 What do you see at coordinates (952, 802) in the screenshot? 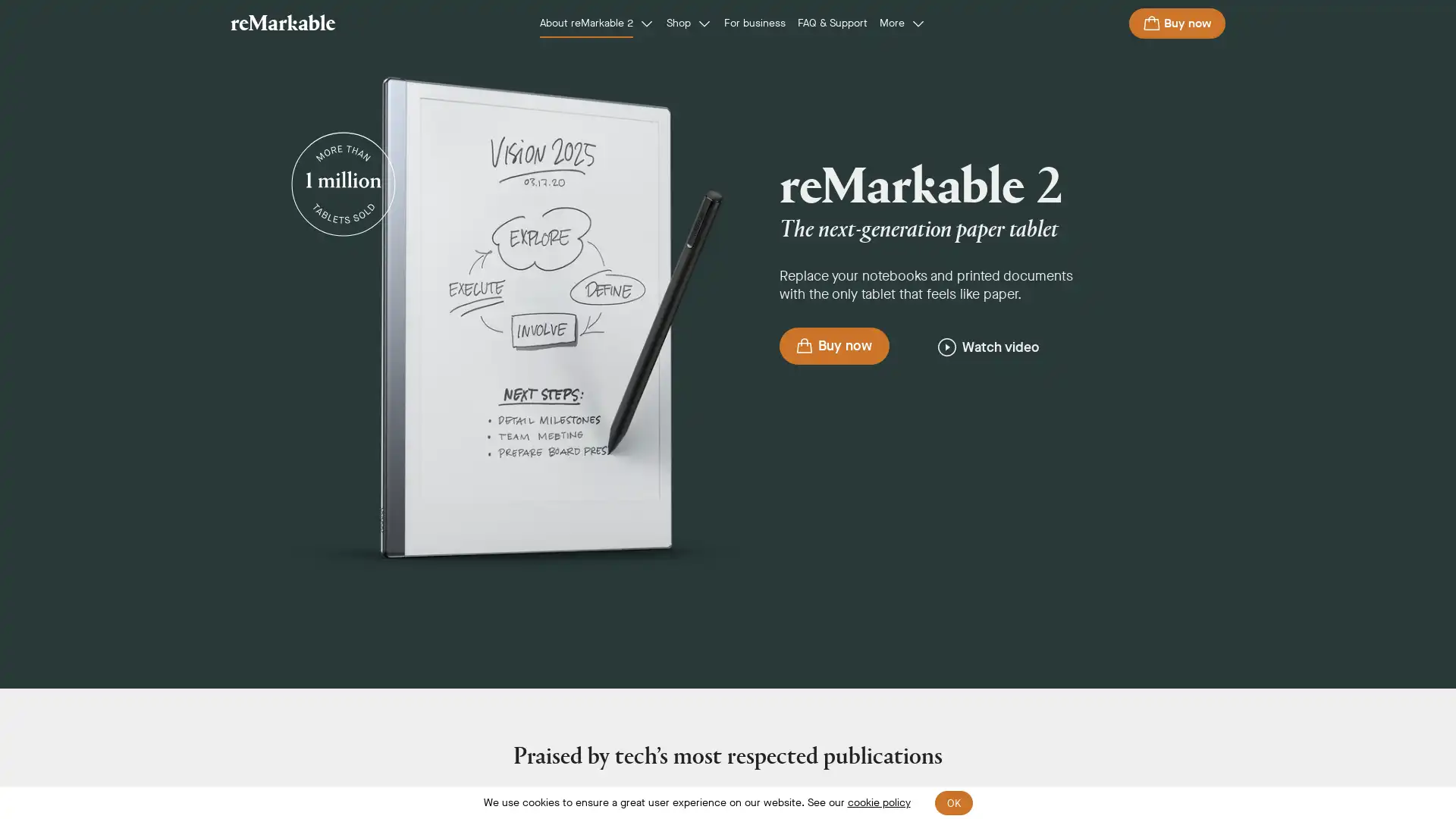
I see `OK` at bounding box center [952, 802].